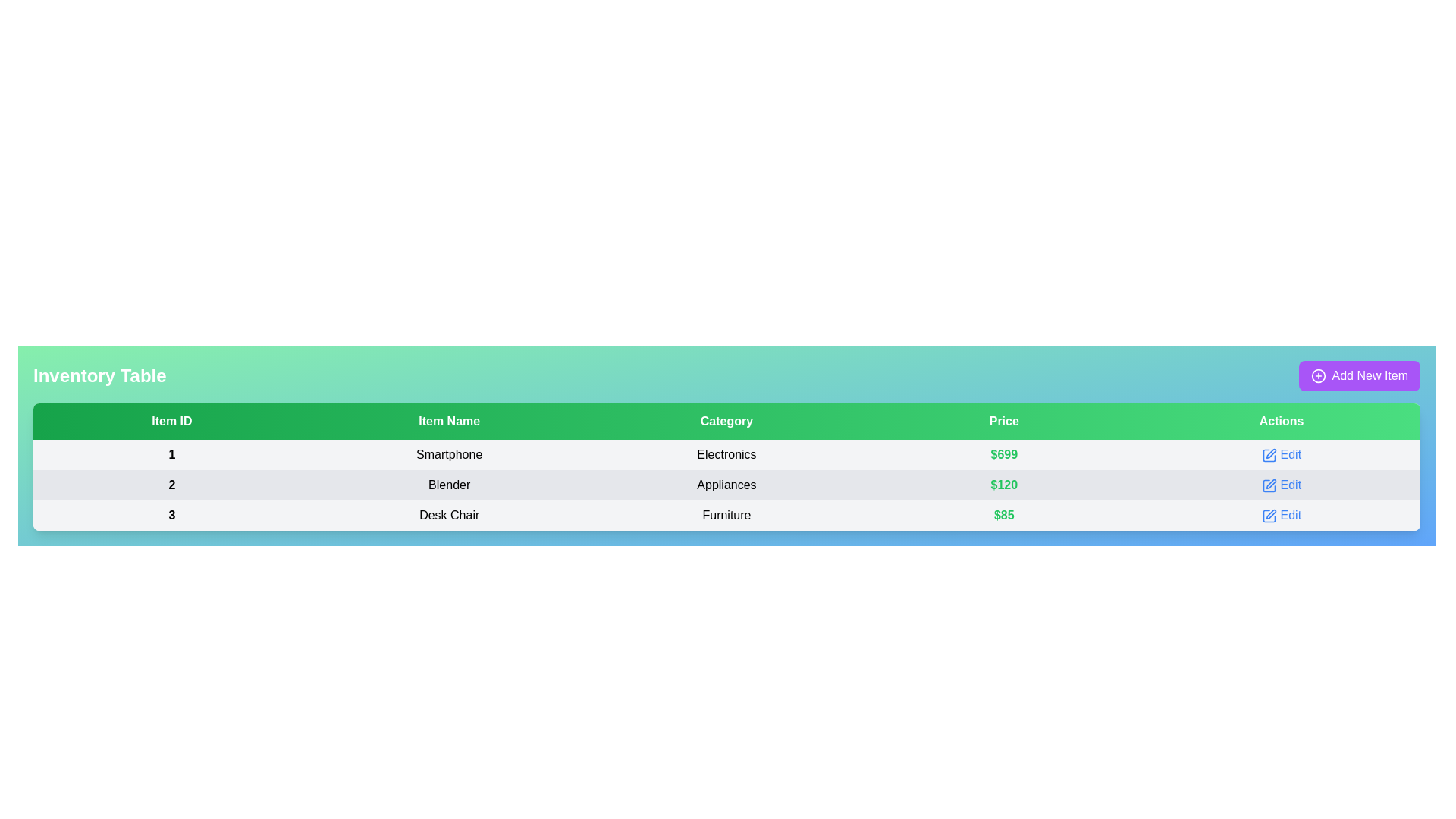  I want to click on the text label indicating the category 'Appliances' for the item 'Blender', so click(726, 485).